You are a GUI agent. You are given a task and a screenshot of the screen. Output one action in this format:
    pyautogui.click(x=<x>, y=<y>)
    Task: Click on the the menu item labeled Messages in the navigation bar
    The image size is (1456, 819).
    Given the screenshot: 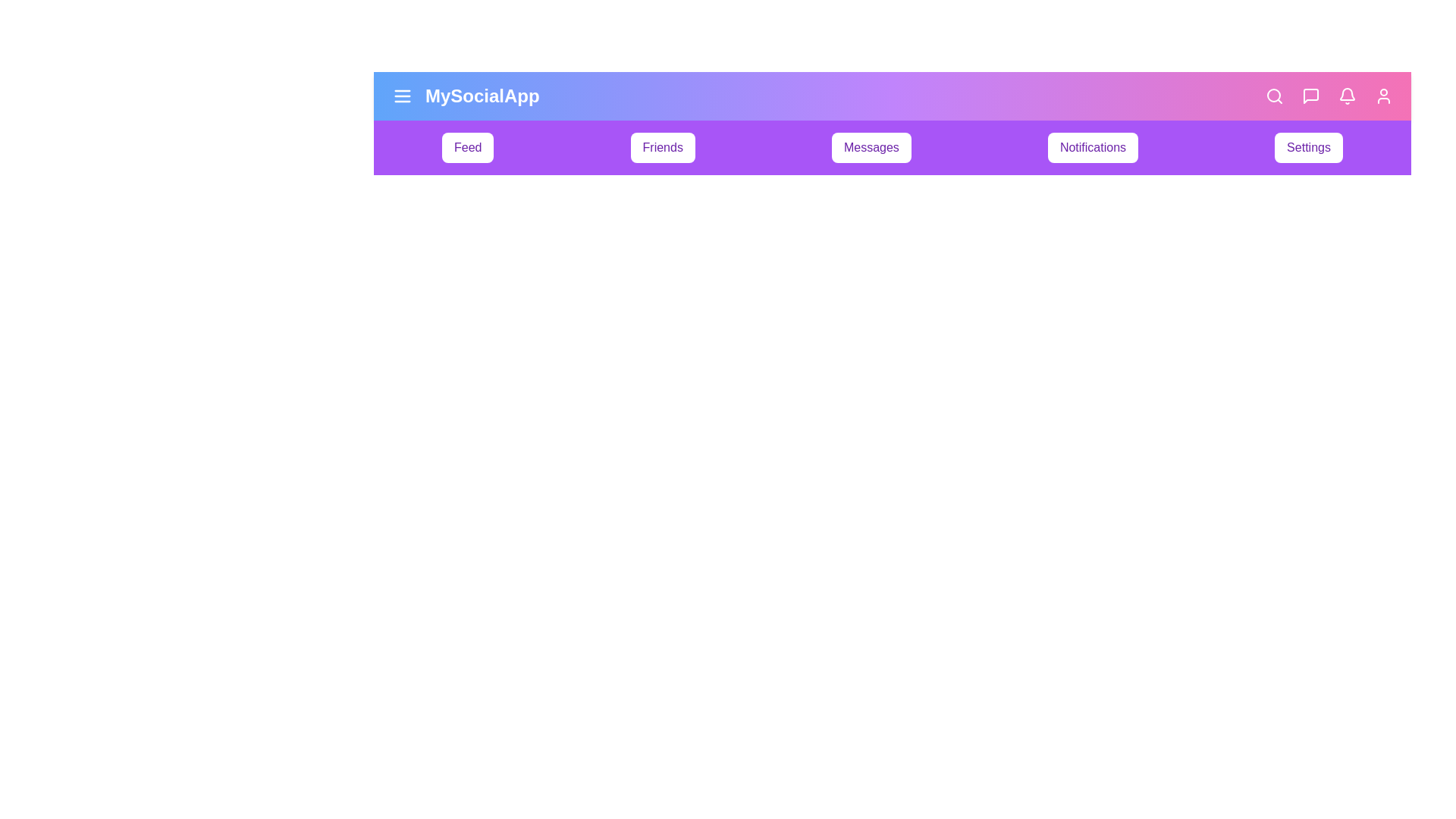 What is the action you would take?
    pyautogui.click(x=871, y=148)
    